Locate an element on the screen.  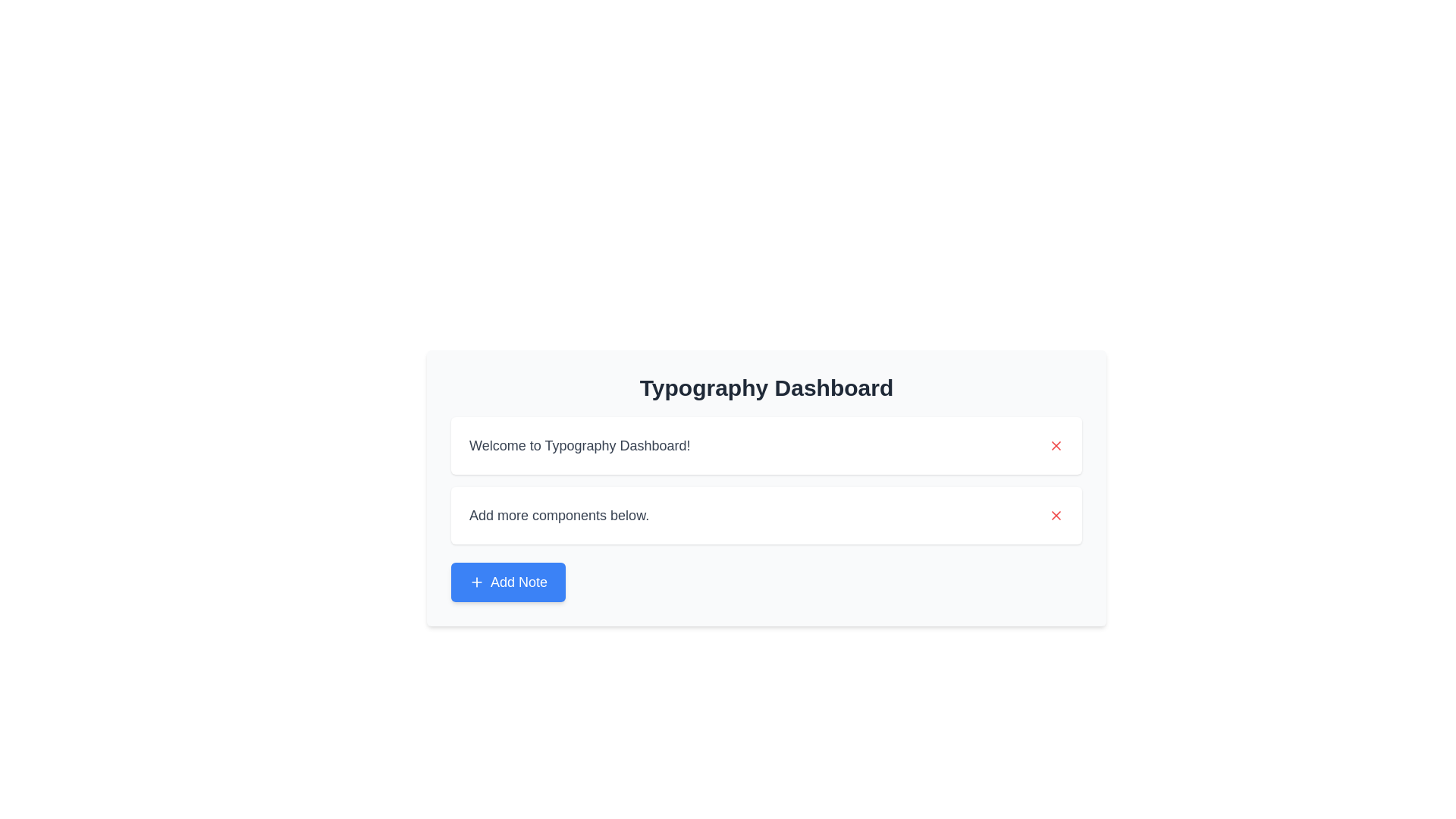
the button labeled 'Add Note' which is styled with a white font on a blue background, located at the bottom-left corner of the central panel is located at coordinates (519, 581).